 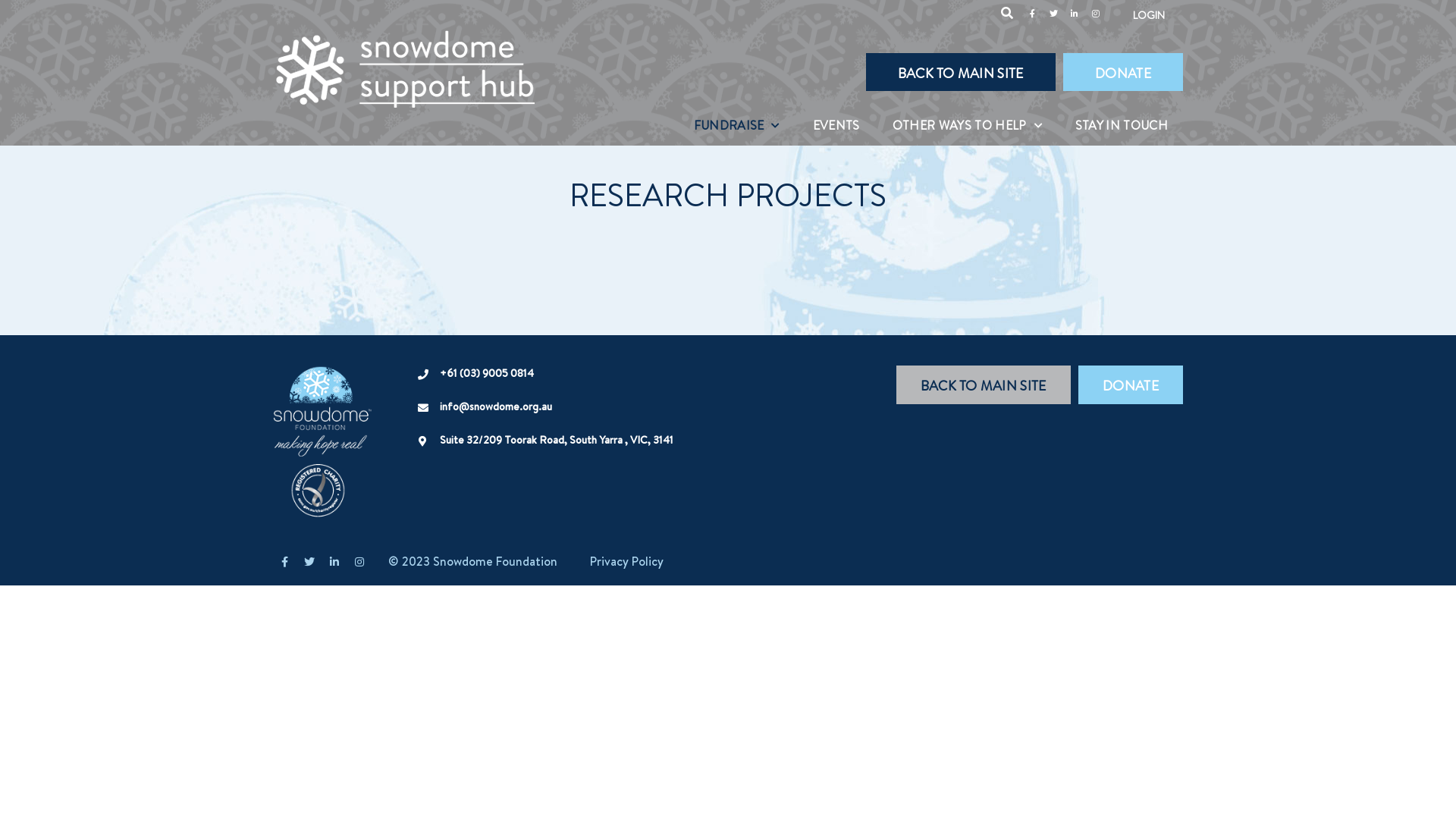 What do you see at coordinates (495, 406) in the screenshot?
I see `'info@snowdome.org.au'` at bounding box center [495, 406].